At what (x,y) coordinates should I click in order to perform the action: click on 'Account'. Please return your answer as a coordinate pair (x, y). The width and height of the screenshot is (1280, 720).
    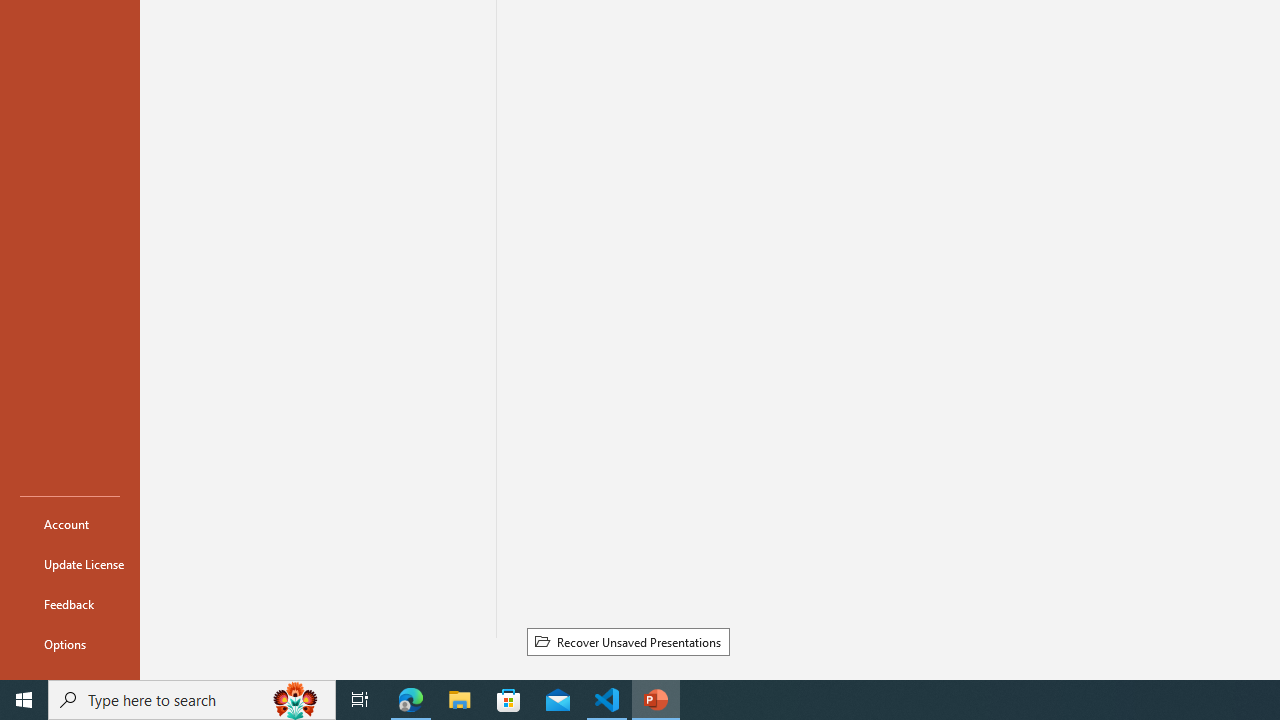
    Looking at the image, I should click on (69, 523).